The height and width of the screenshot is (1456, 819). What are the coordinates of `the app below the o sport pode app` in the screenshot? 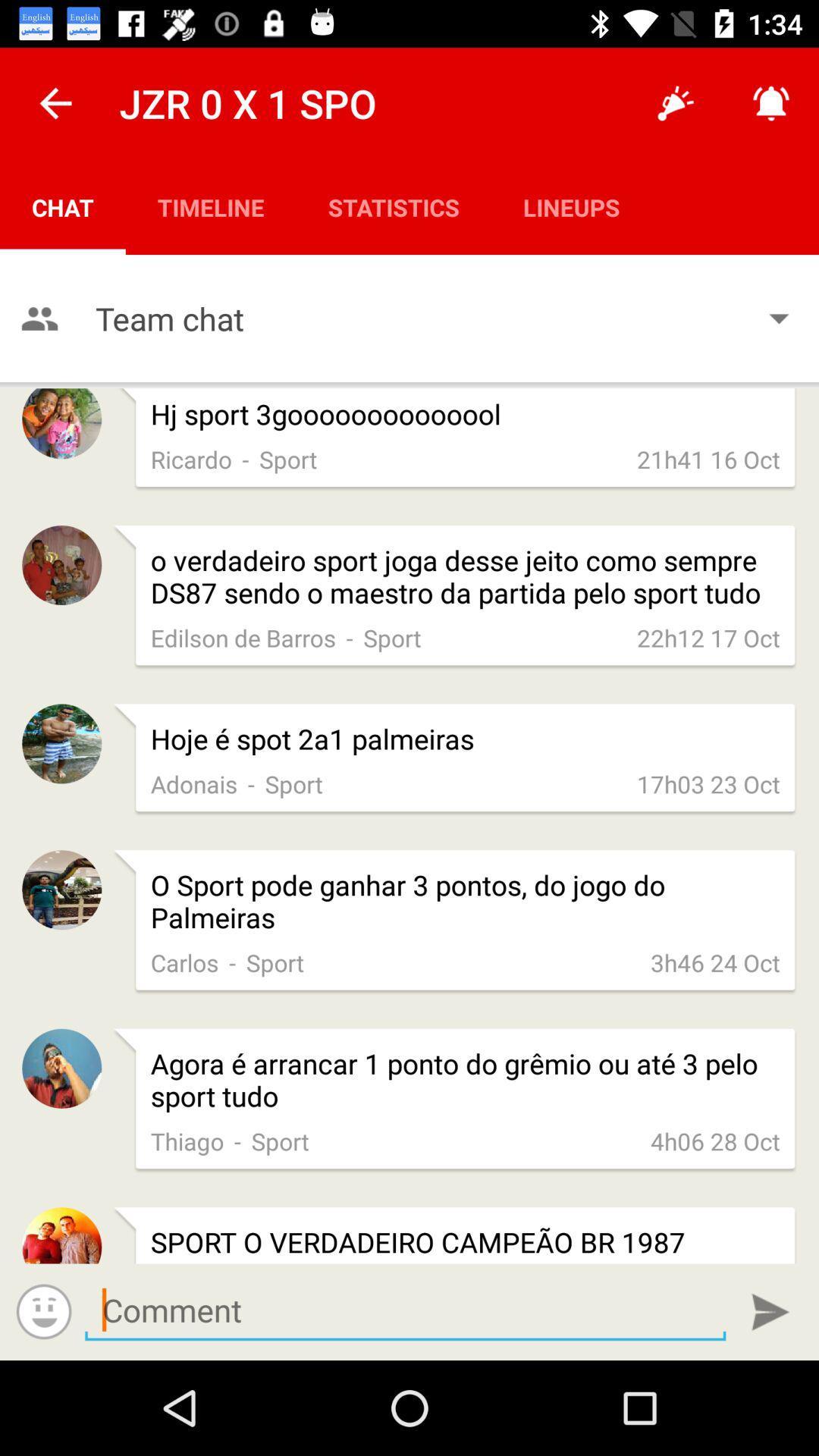 It's located at (232, 962).